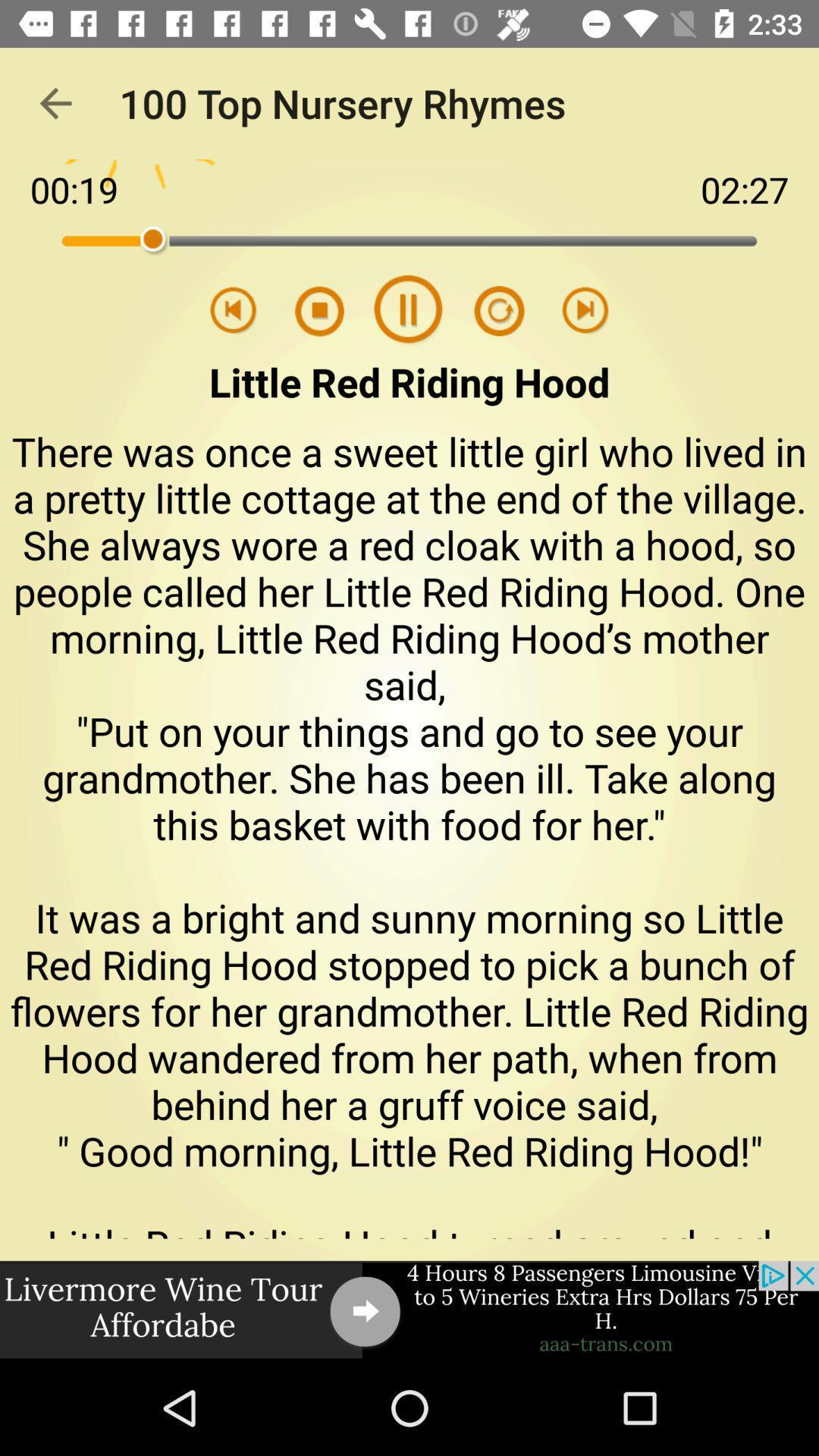  I want to click on the skip_next icon, so click(585, 310).